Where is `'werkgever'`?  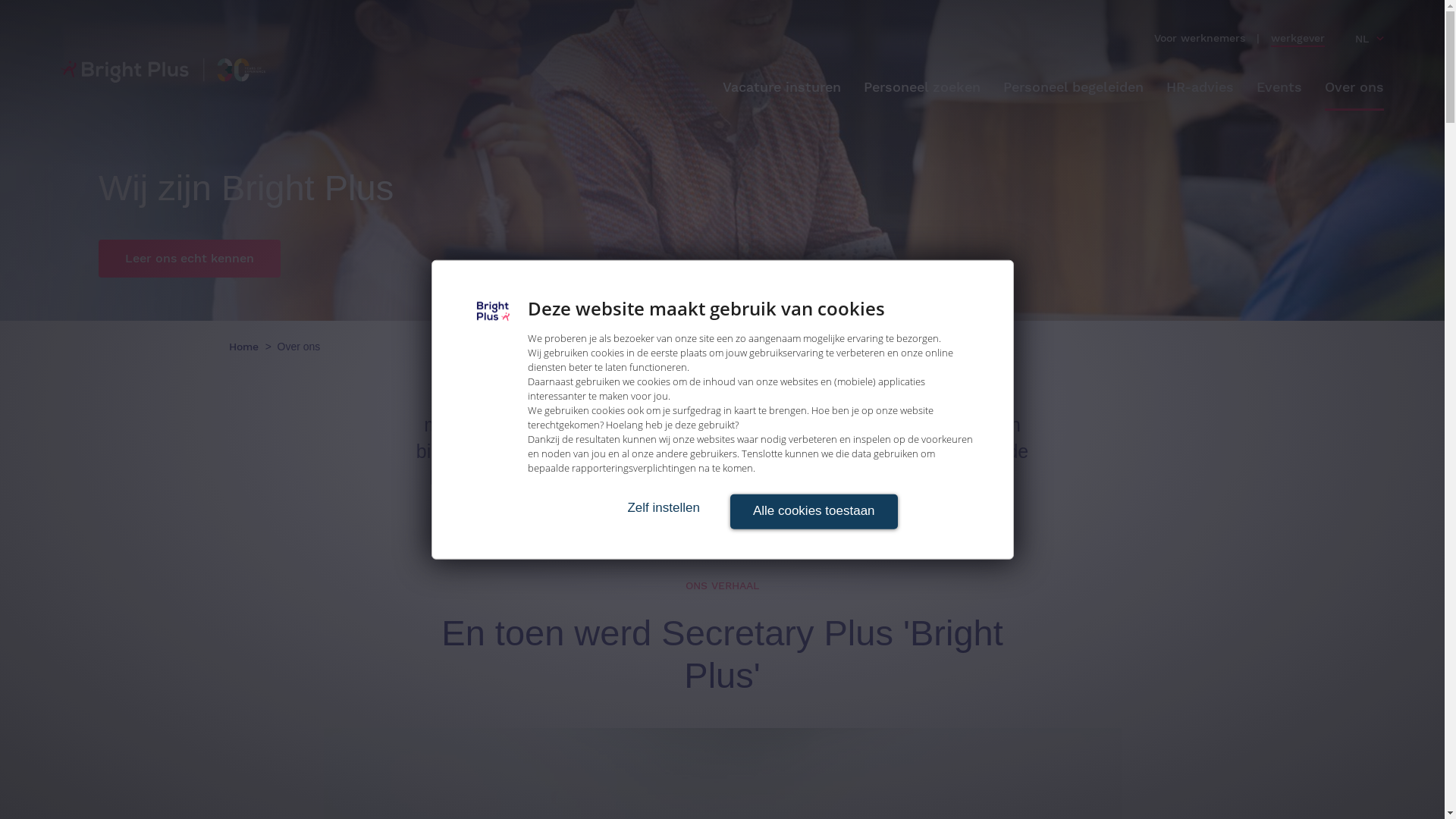 'werkgever' is located at coordinates (1297, 37).